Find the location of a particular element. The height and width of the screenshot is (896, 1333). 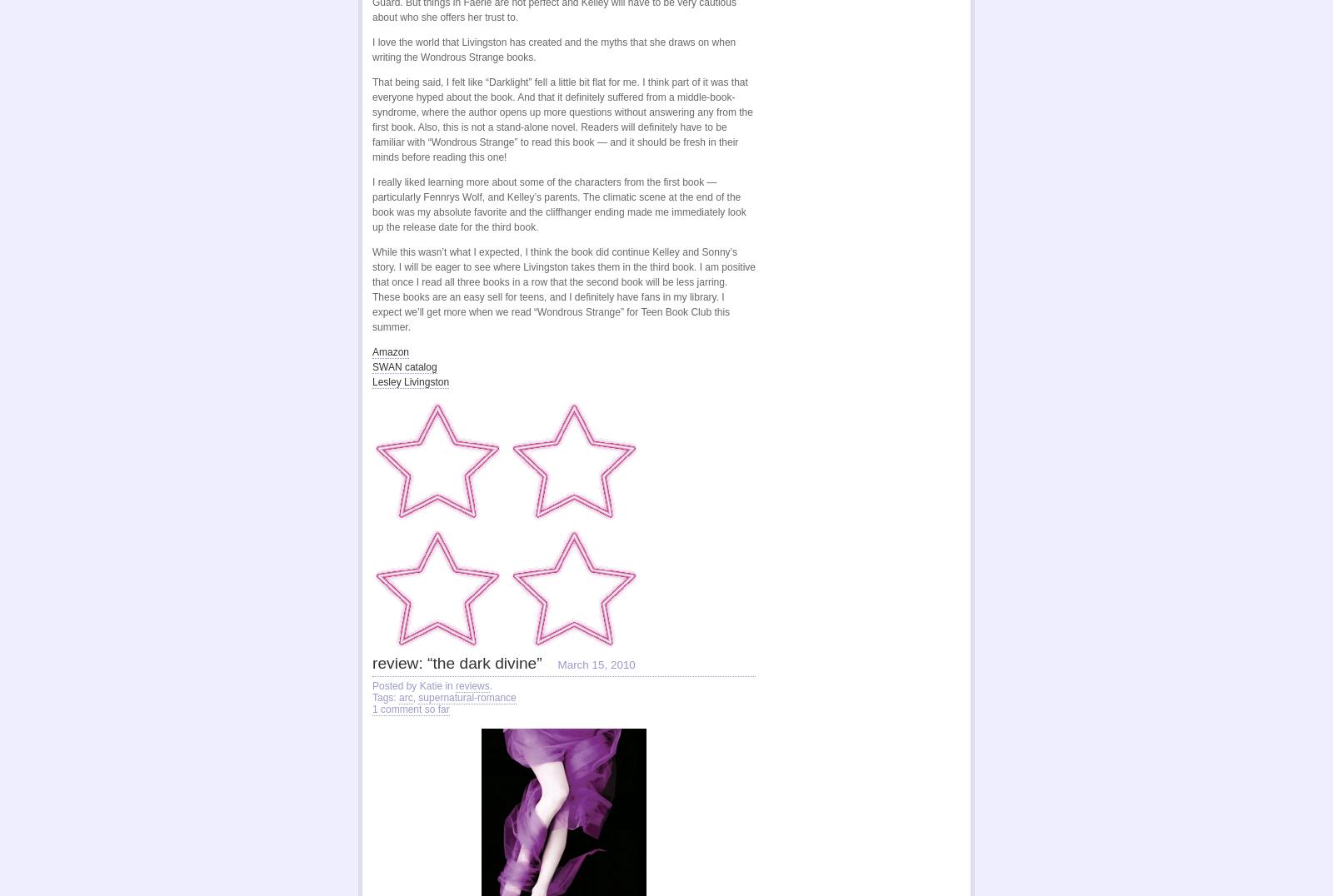

'I really liked learning more about some of the characters from the first book — particularly Fennrys Wolf, and Kelley’s parents. The climatic scene at the end of the book was my absolute favorite and the cliffhanger ending made me immediately look up the release date for the third book.' is located at coordinates (372, 204).